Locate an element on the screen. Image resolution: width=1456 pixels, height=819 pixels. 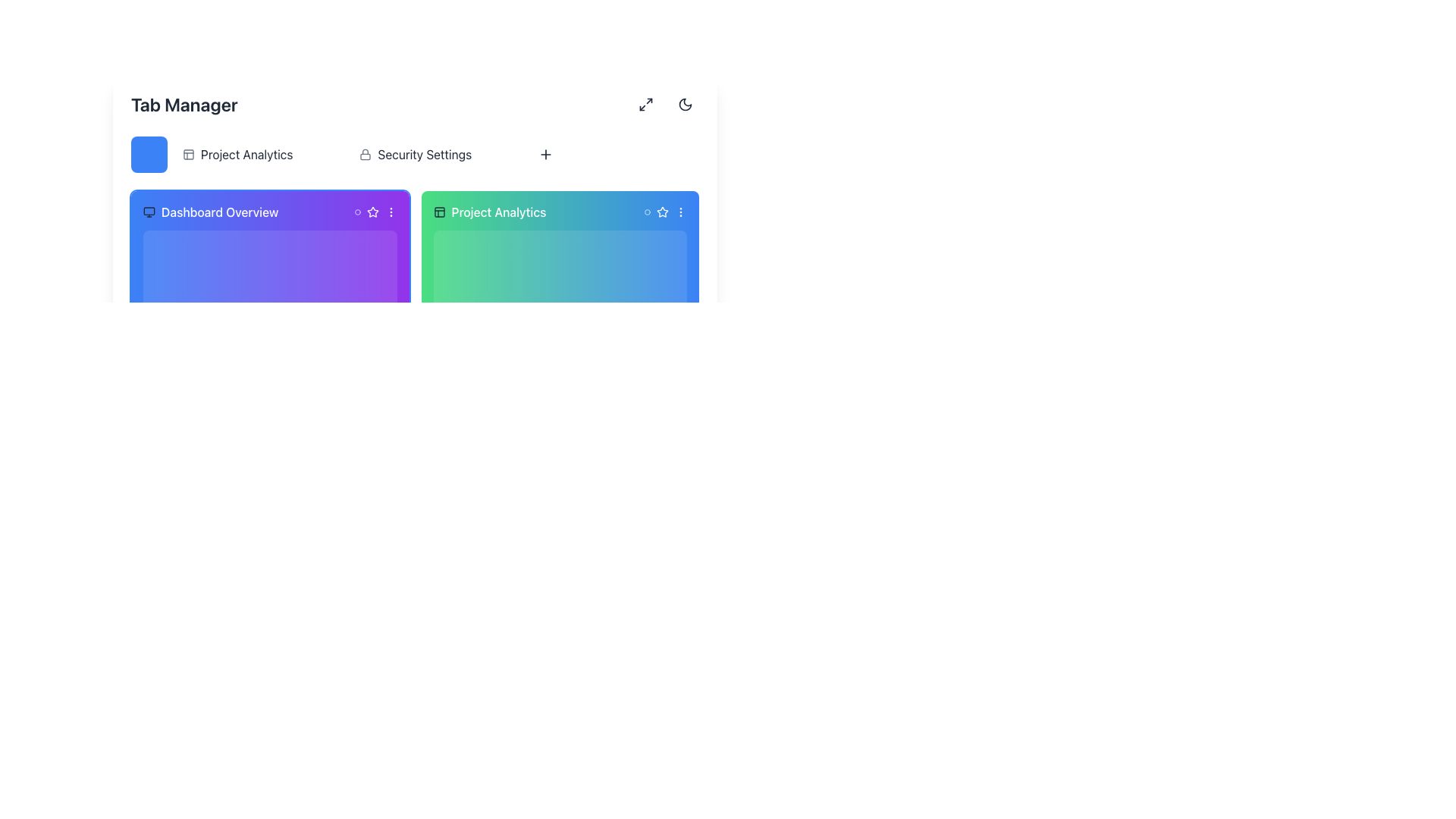
the second button from the left in the horizontal navigation below the 'Tab Manager' is located at coordinates (259, 155).